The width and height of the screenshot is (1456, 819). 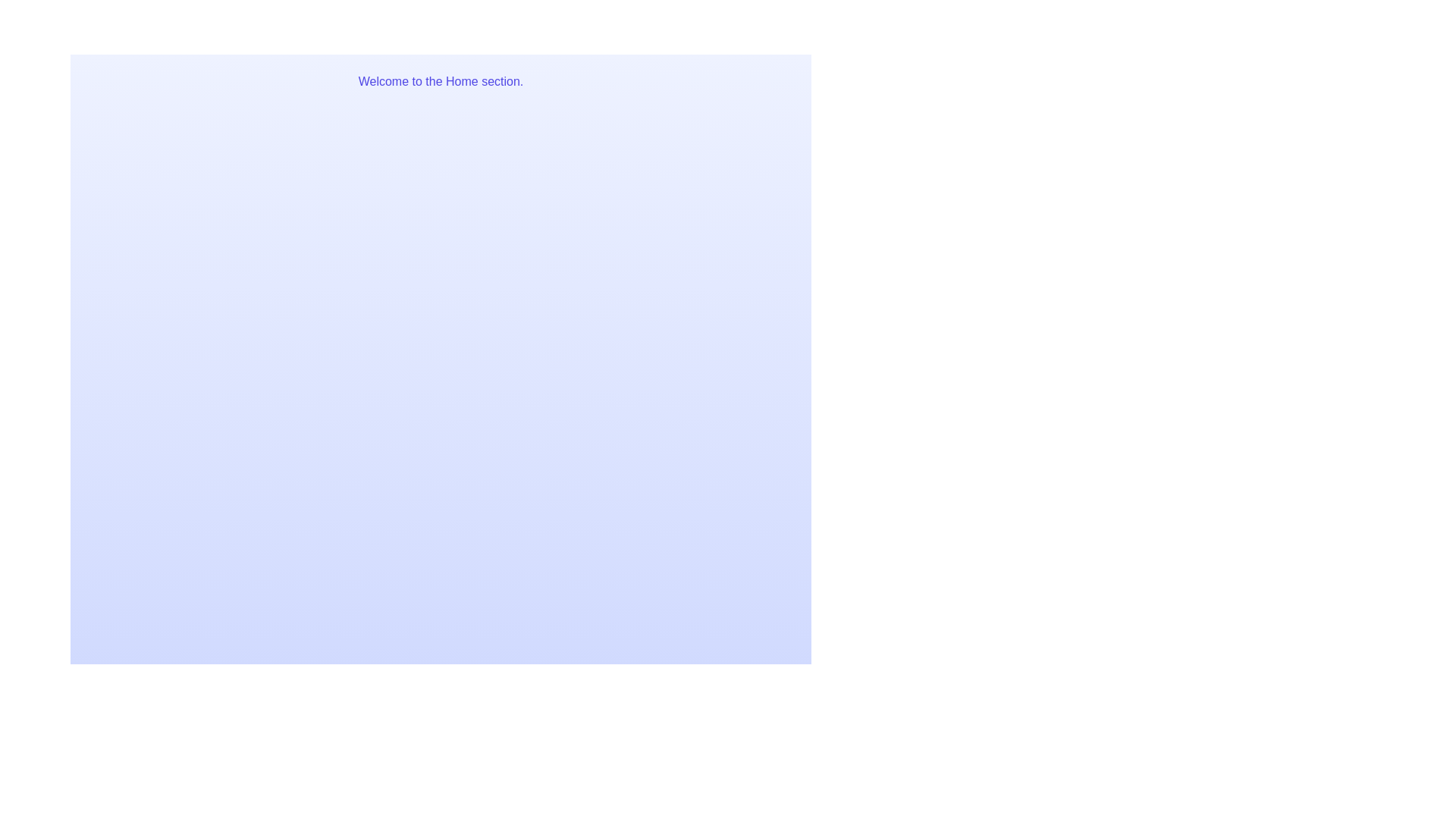 I want to click on the welcome message Text Label located at the top edge of the interface, so click(x=440, y=82).